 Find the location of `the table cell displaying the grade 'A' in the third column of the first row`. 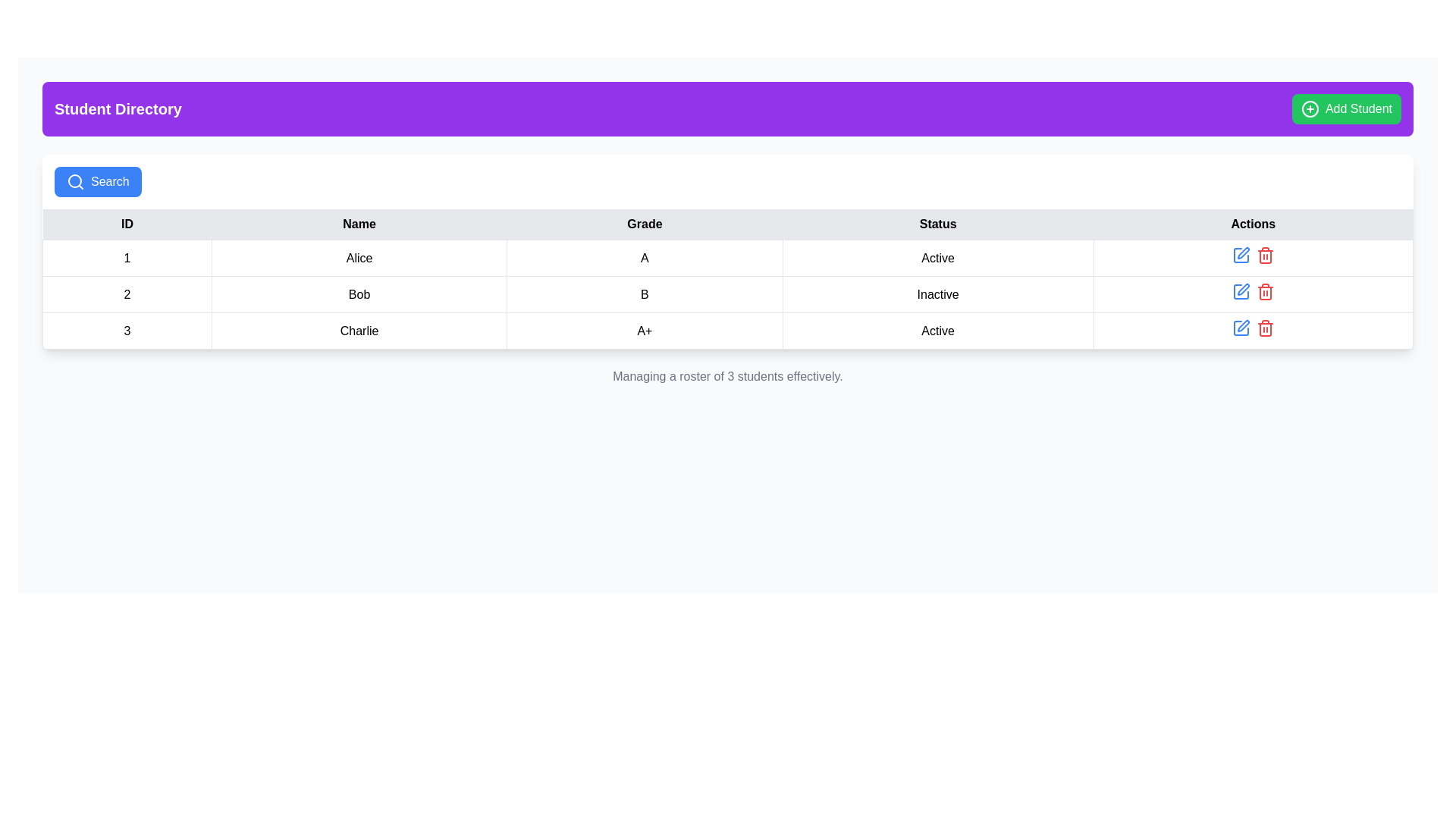

the table cell displaying the grade 'A' in the third column of the first row is located at coordinates (645, 257).